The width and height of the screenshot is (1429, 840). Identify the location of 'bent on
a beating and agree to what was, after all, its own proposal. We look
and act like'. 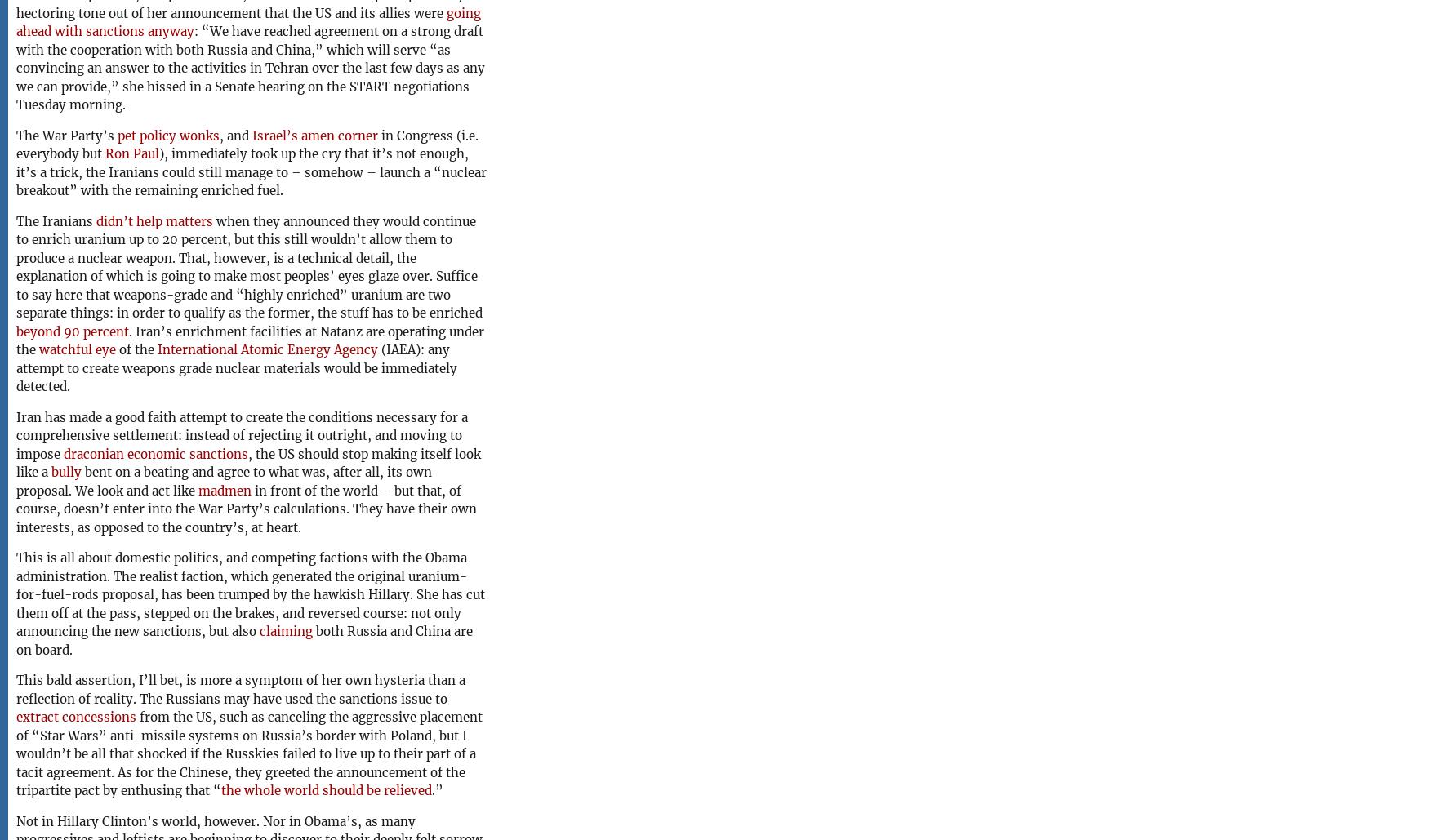
(15, 481).